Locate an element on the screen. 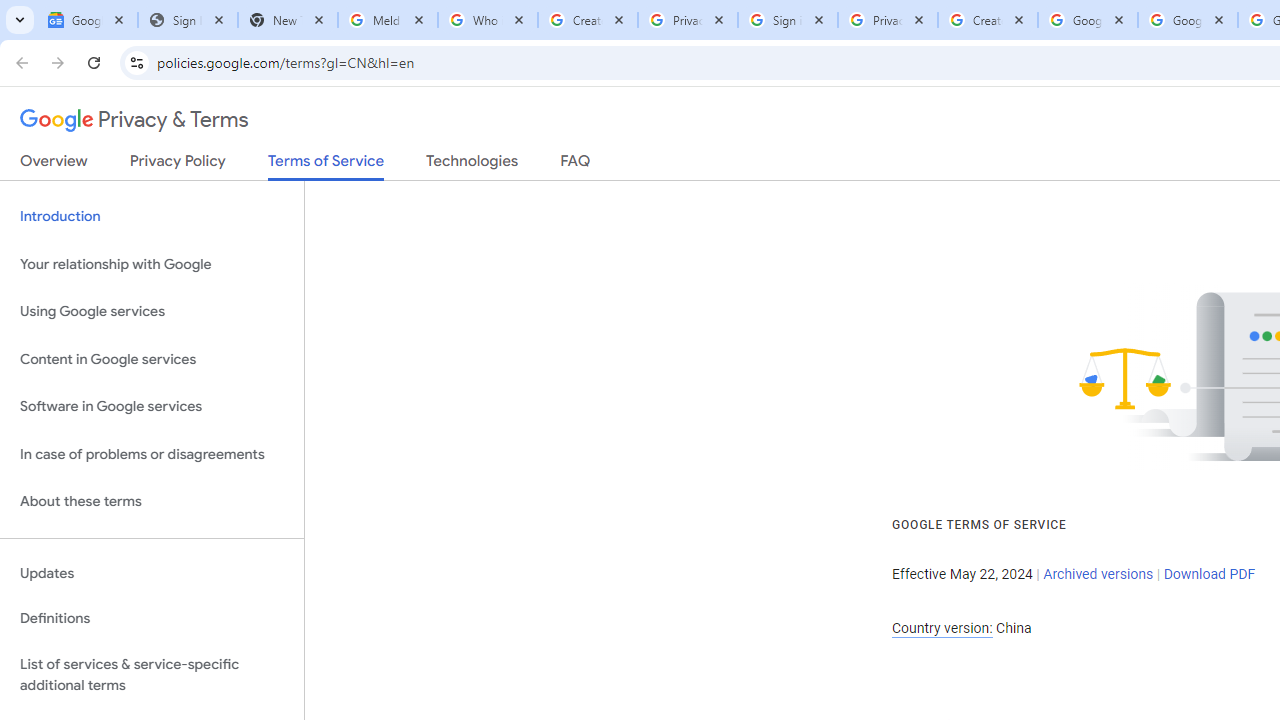 This screenshot has width=1280, height=720. 'Who is my administrator? - Google Account Help' is located at coordinates (487, 20).